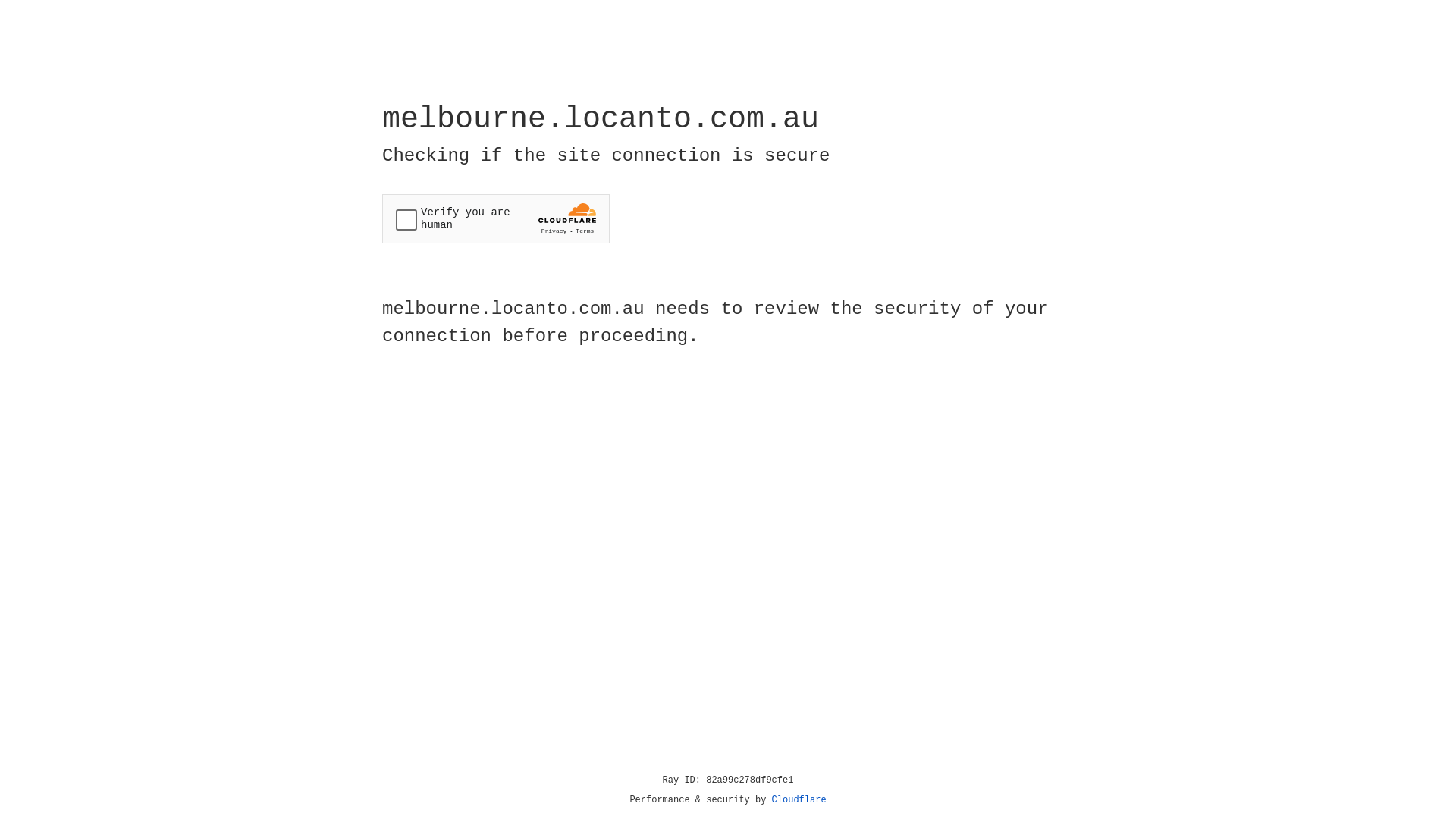 The image size is (1456, 819). Describe the element at coordinates (771, 799) in the screenshot. I see `'Cloudflare'` at that location.